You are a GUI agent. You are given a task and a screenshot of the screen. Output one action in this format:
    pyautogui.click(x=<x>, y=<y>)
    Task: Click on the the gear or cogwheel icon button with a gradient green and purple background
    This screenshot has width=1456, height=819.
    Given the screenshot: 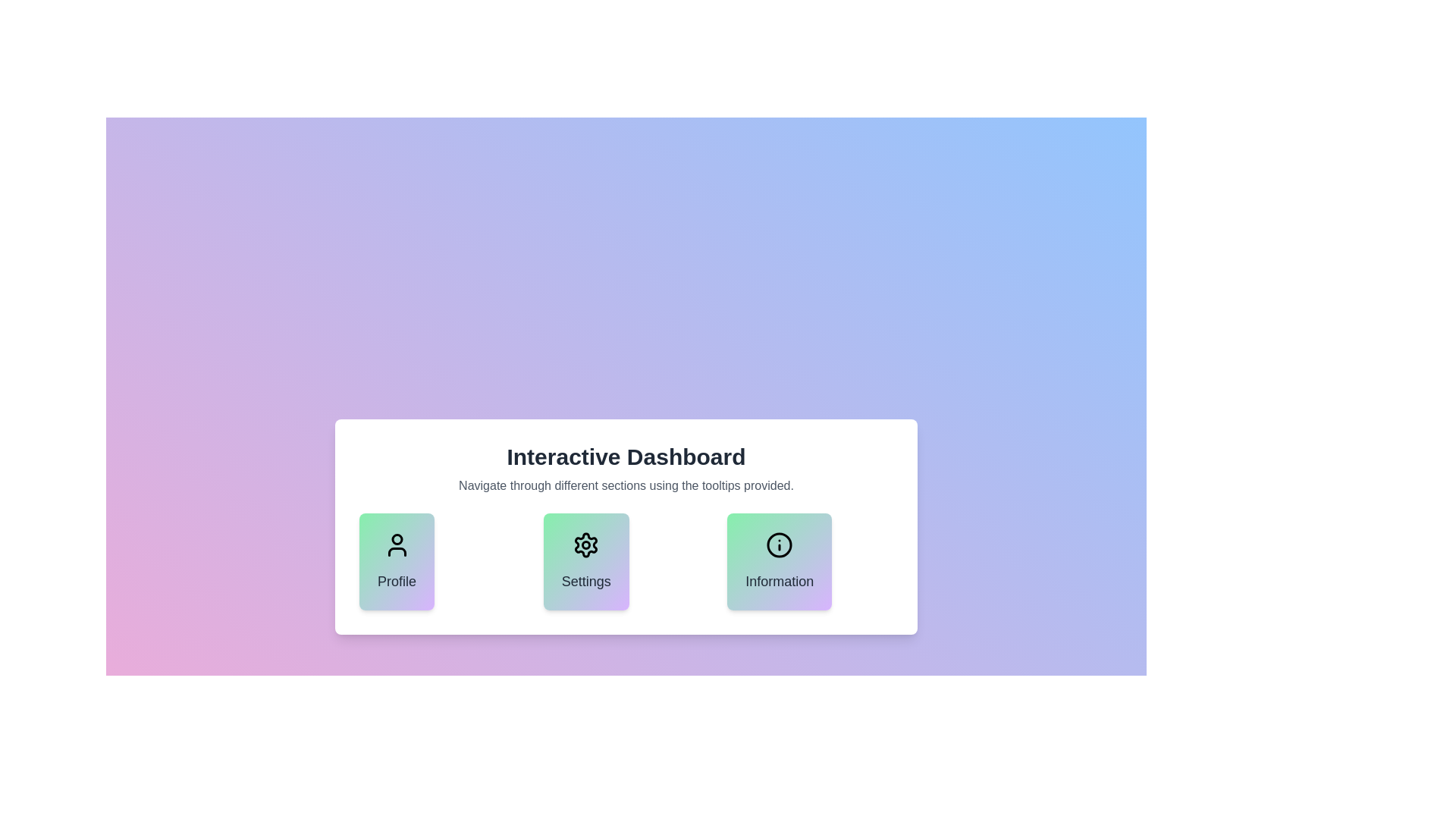 What is the action you would take?
    pyautogui.click(x=585, y=544)
    